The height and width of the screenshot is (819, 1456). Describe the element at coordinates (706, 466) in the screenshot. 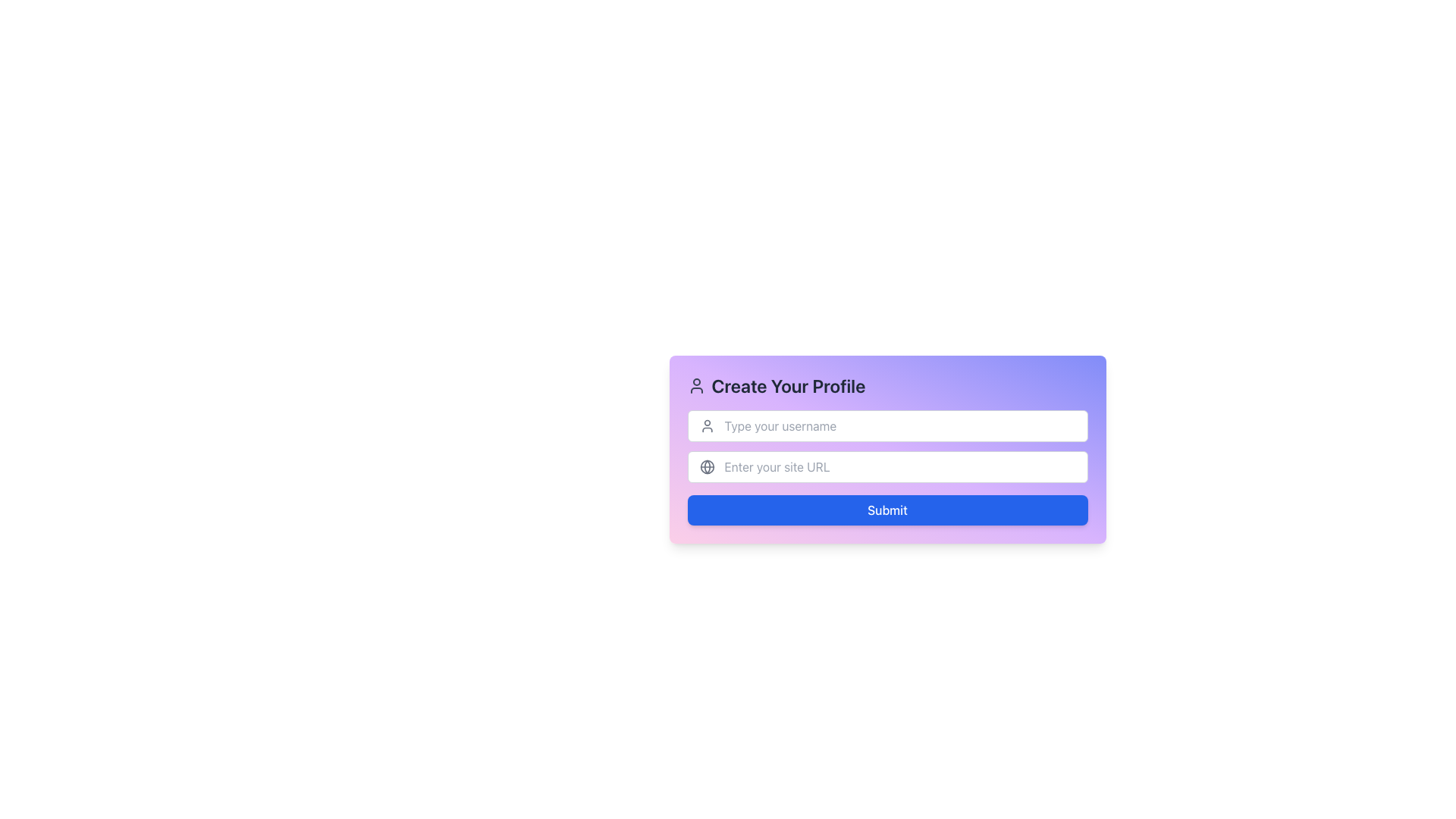

I see `the globe icon that serves as a visual aid for the URL input field, positioned immediately to the left of the input field` at that location.